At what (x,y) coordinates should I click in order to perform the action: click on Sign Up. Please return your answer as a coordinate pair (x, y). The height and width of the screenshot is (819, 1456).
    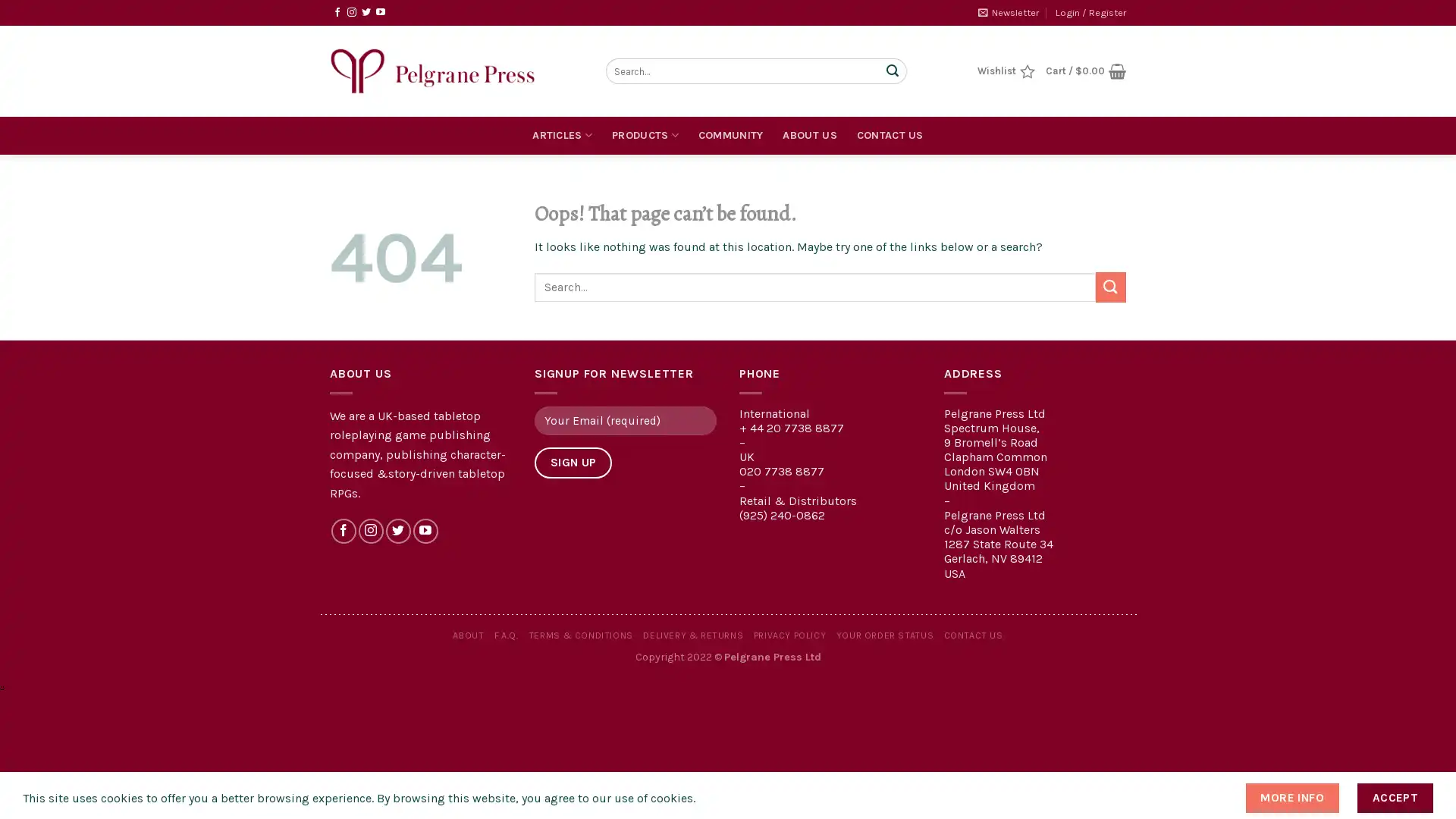
    Looking at the image, I should click on (553, 476).